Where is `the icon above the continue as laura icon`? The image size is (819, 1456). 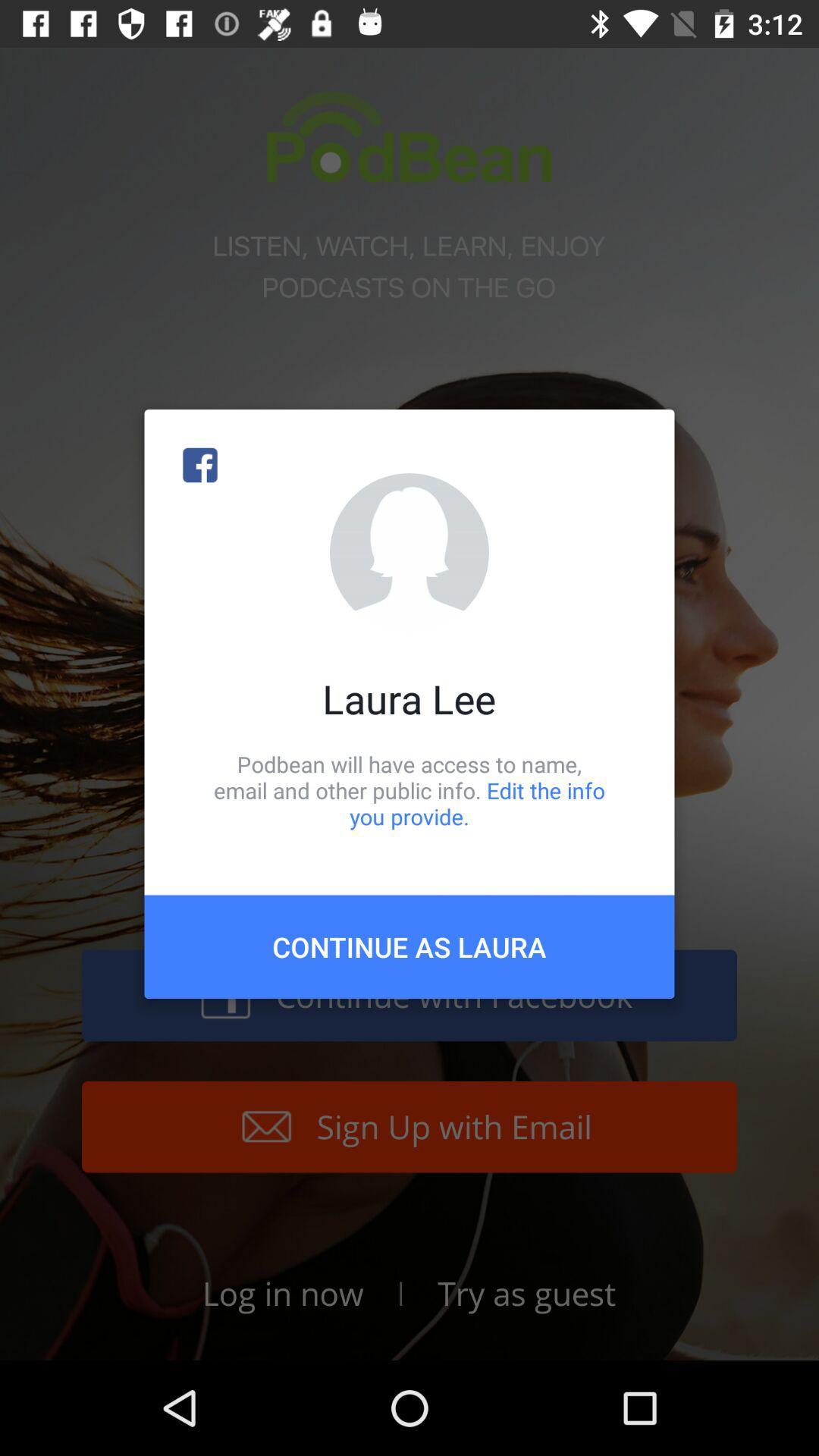 the icon above the continue as laura icon is located at coordinates (409, 789).